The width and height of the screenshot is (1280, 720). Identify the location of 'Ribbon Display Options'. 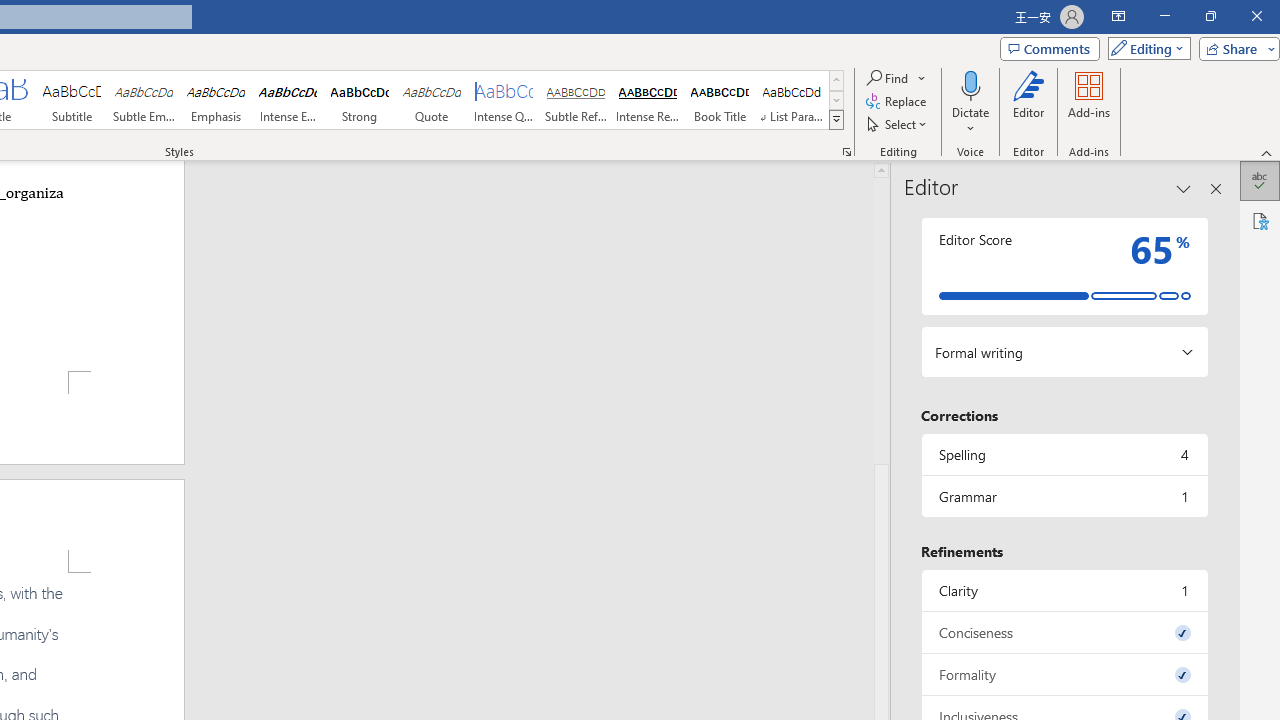
(1117, 16).